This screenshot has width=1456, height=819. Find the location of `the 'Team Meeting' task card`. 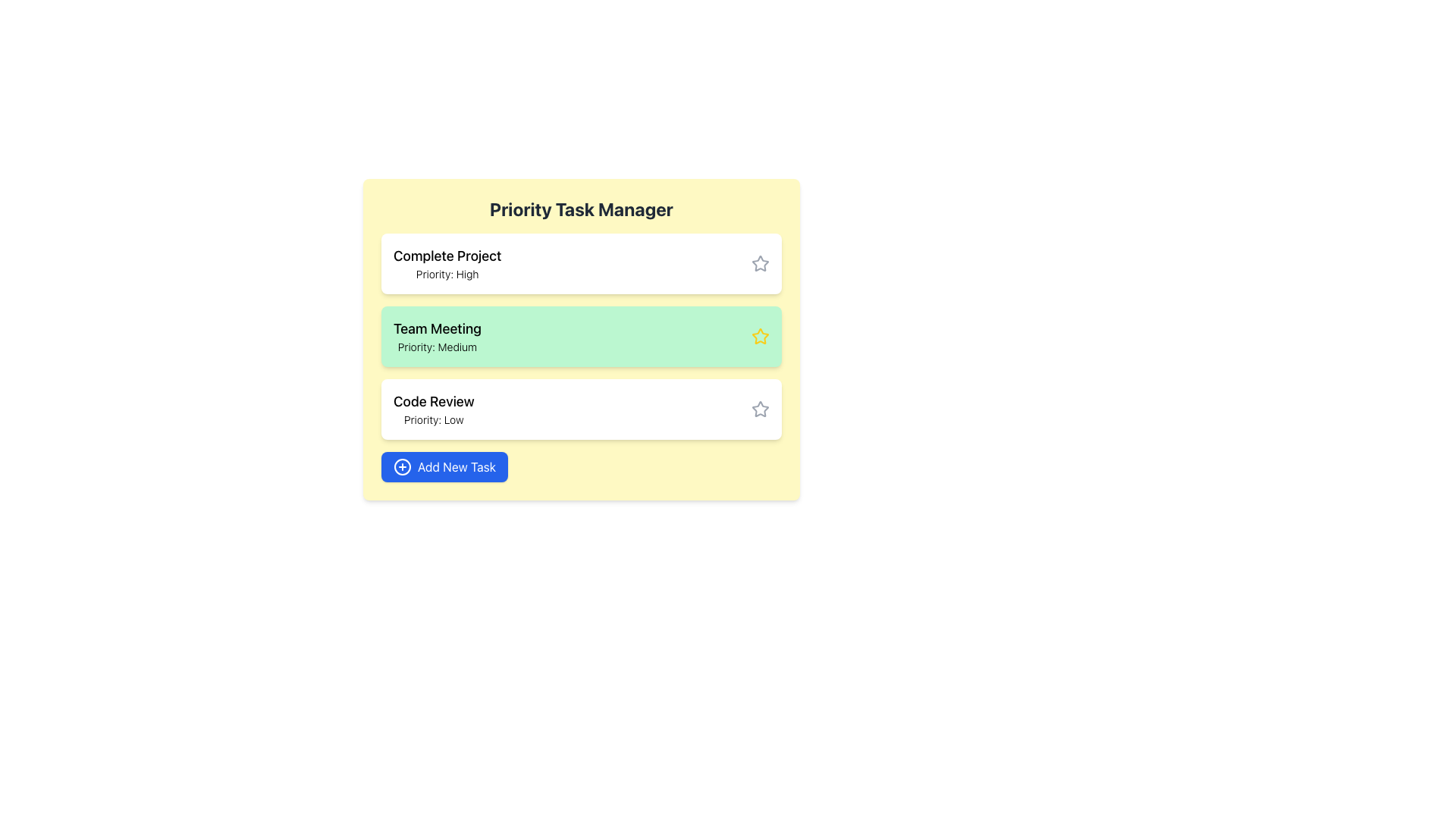

the 'Team Meeting' task card is located at coordinates (581, 335).